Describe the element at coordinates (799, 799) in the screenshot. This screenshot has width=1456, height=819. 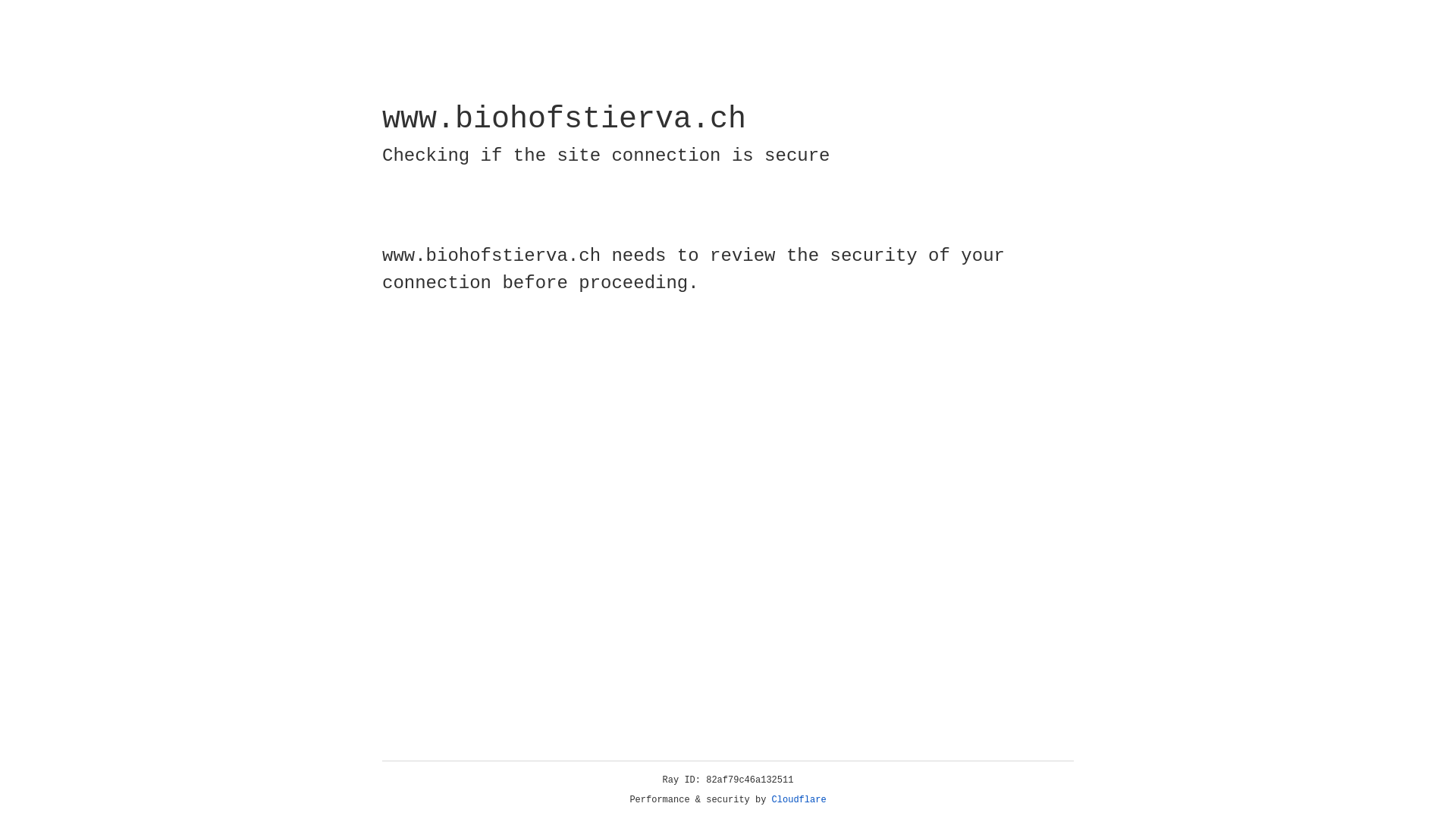
I see `'Cloudflare'` at that location.